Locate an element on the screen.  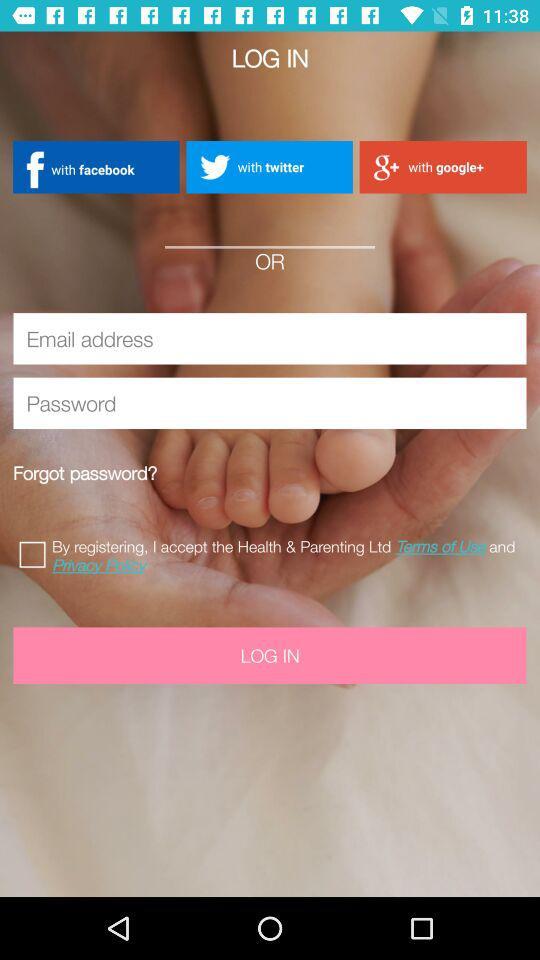
check to accept terms is located at coordinates (36, 552).